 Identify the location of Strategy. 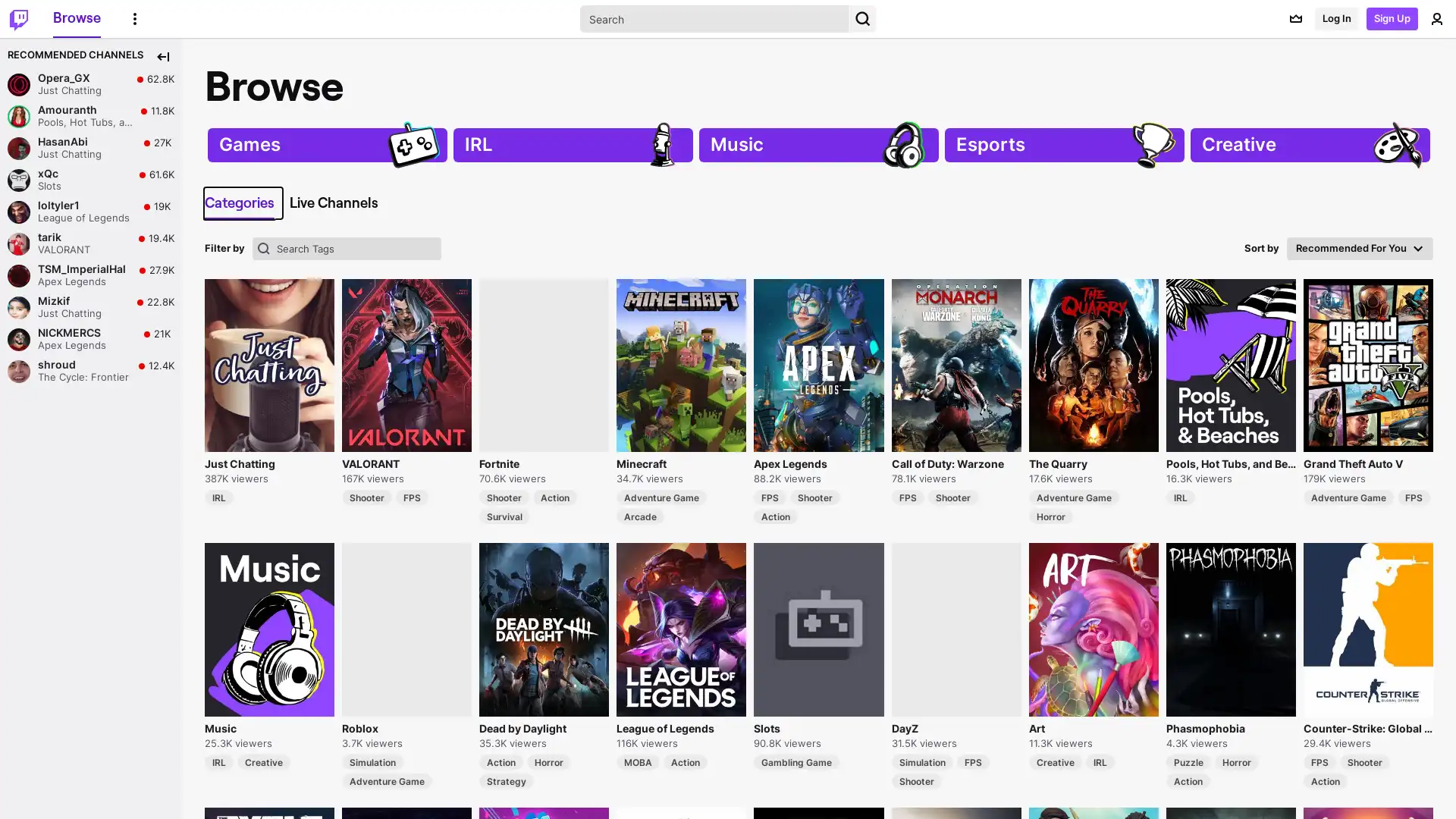
(506, 780).